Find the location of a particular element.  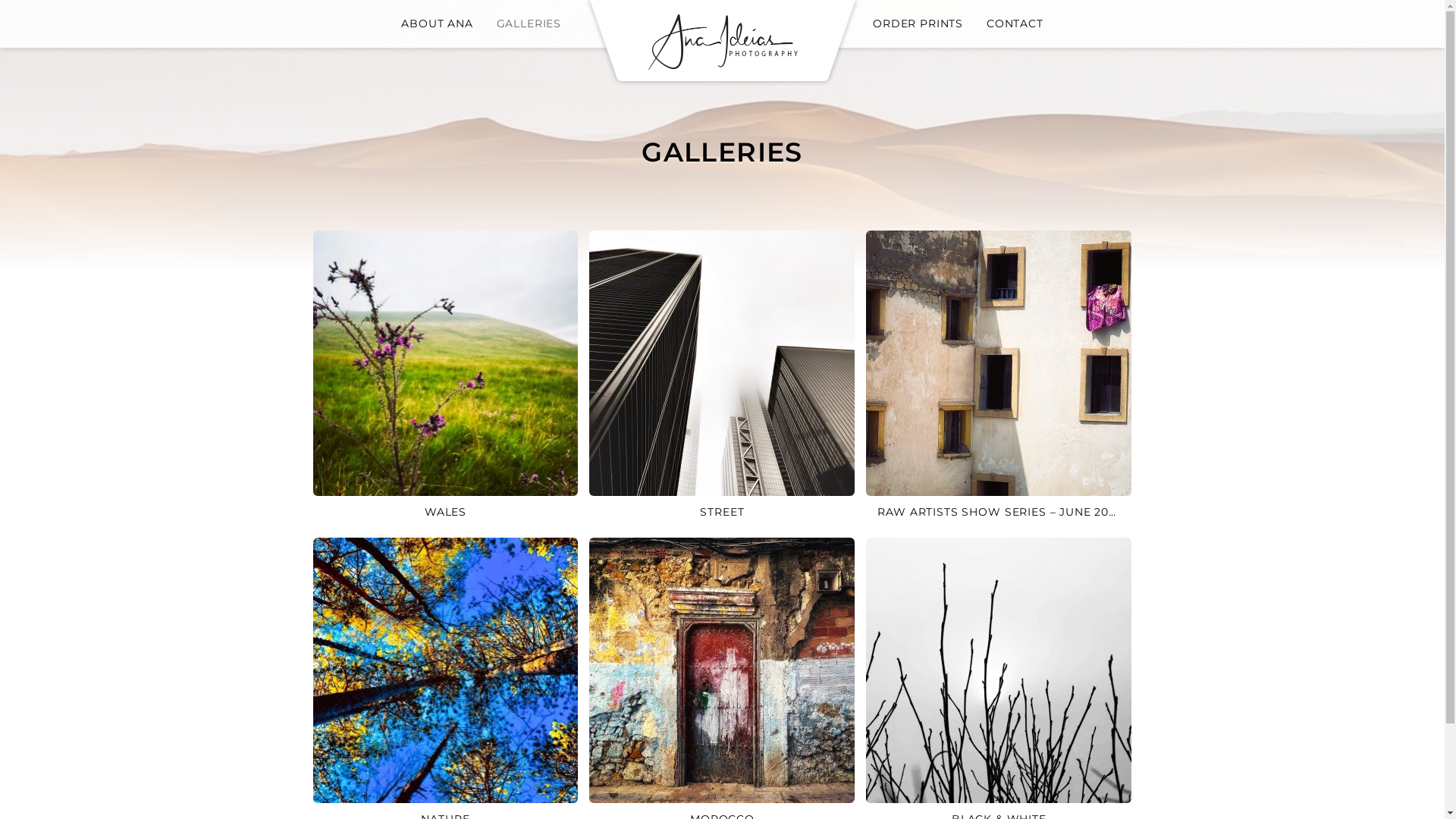

'WALES' is located at coordinates (444, 377).